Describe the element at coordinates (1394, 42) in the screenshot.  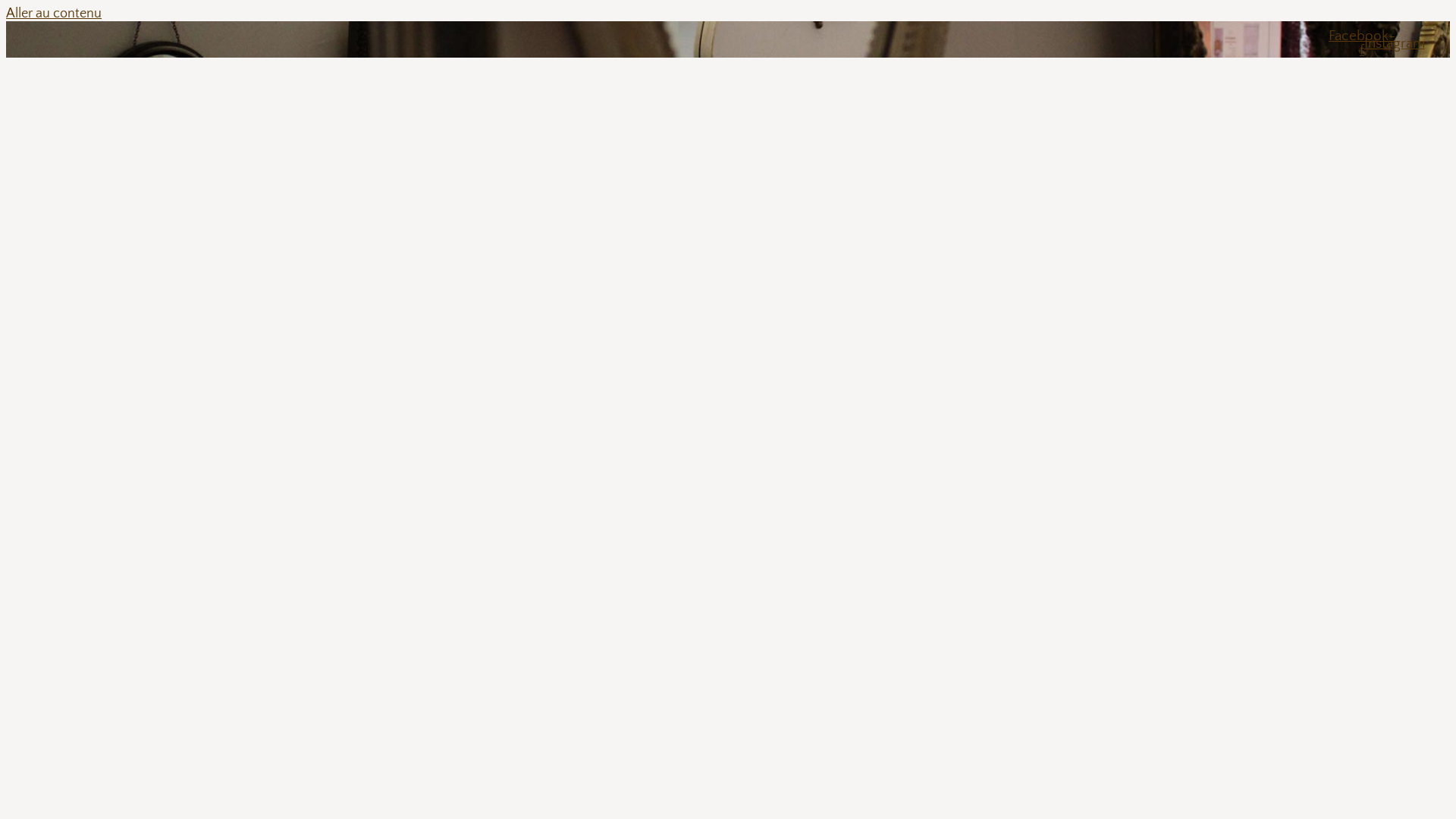
I see `'Instagram'` at that location.